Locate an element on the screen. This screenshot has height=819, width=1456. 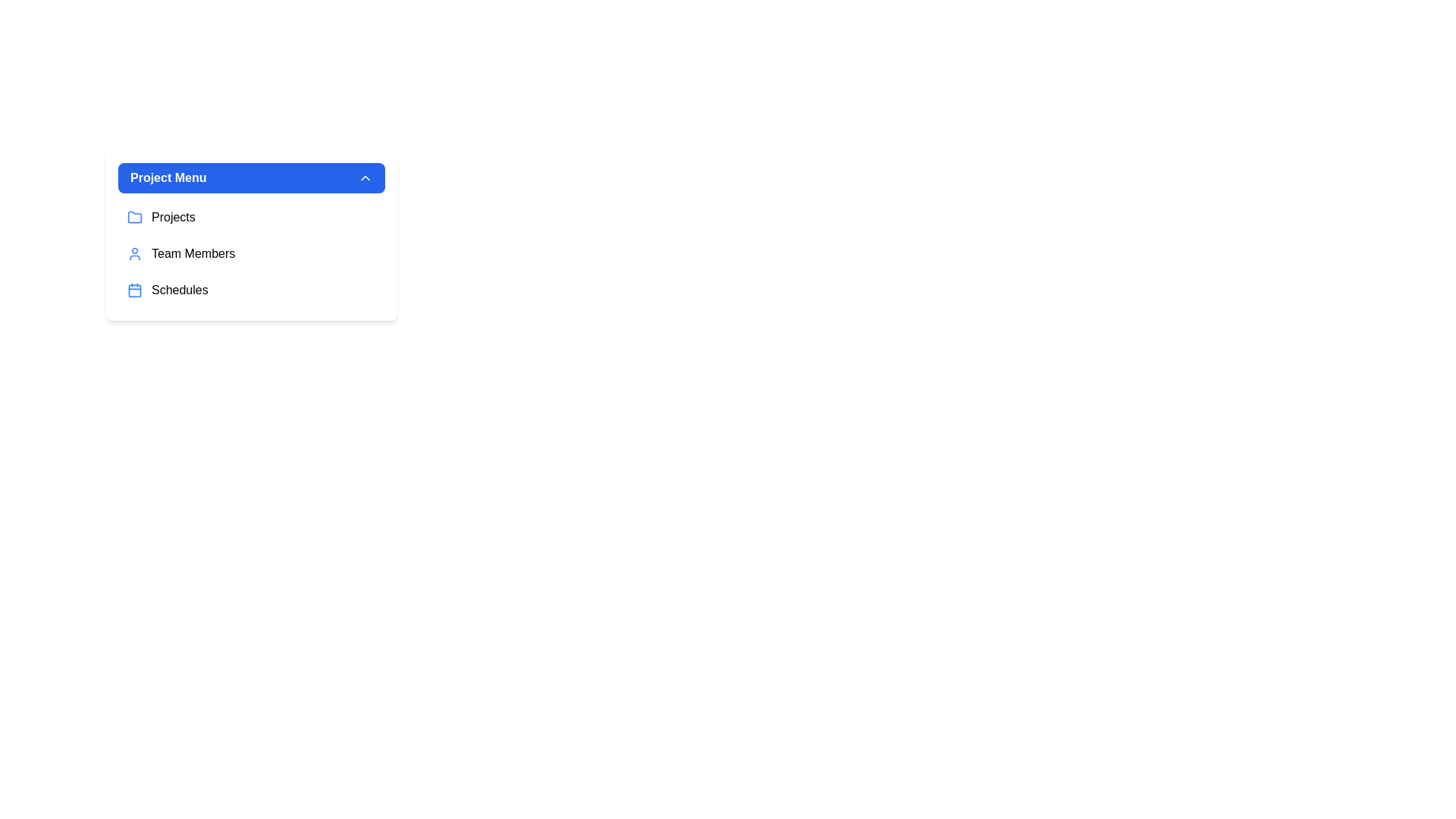
the 'Projects' item in the menu is located at coordinates (251, 217).